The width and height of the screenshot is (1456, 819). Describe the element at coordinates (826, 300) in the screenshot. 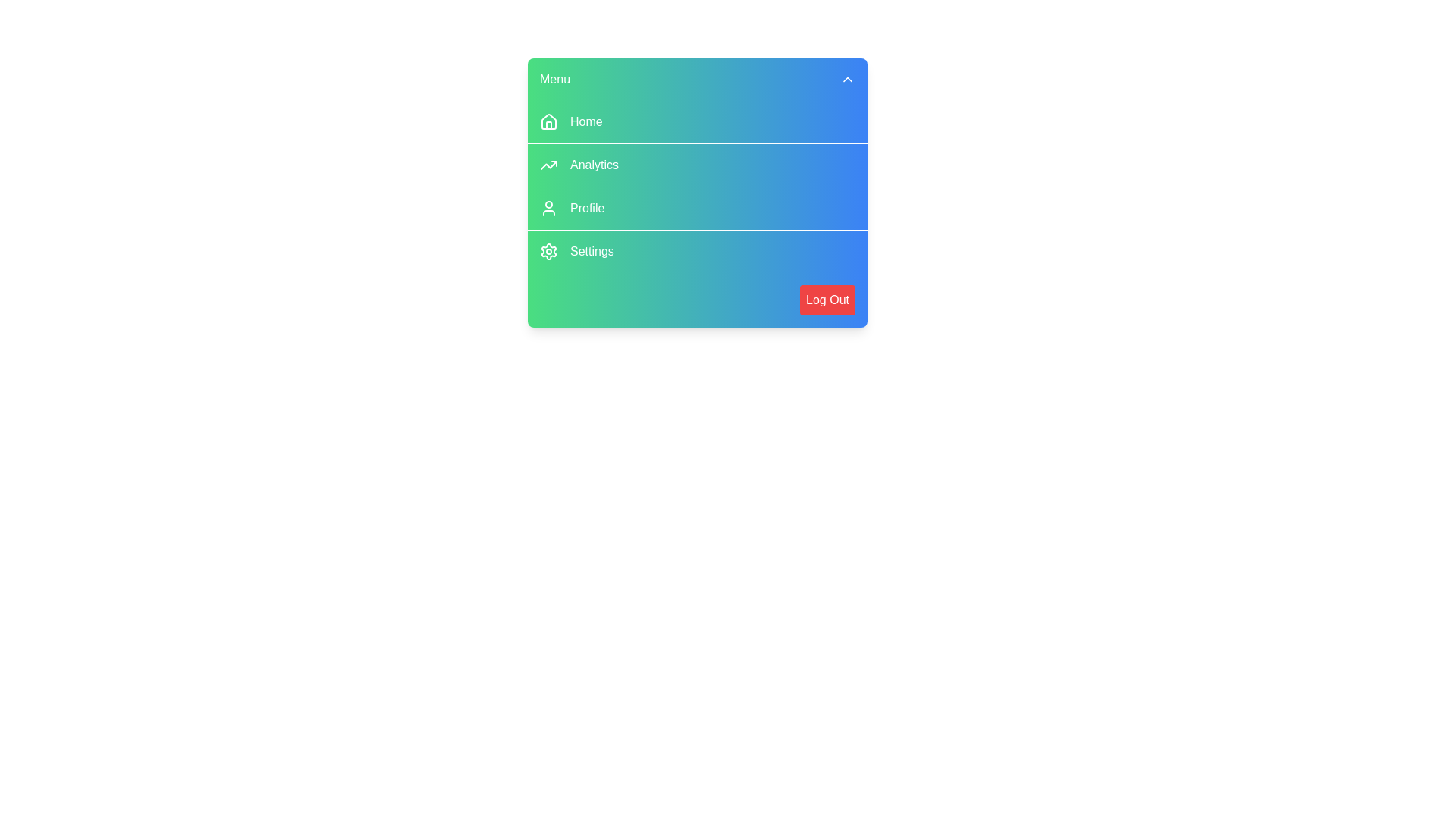

I see `the 'Log Out' button in the UserMenu component` at that location.